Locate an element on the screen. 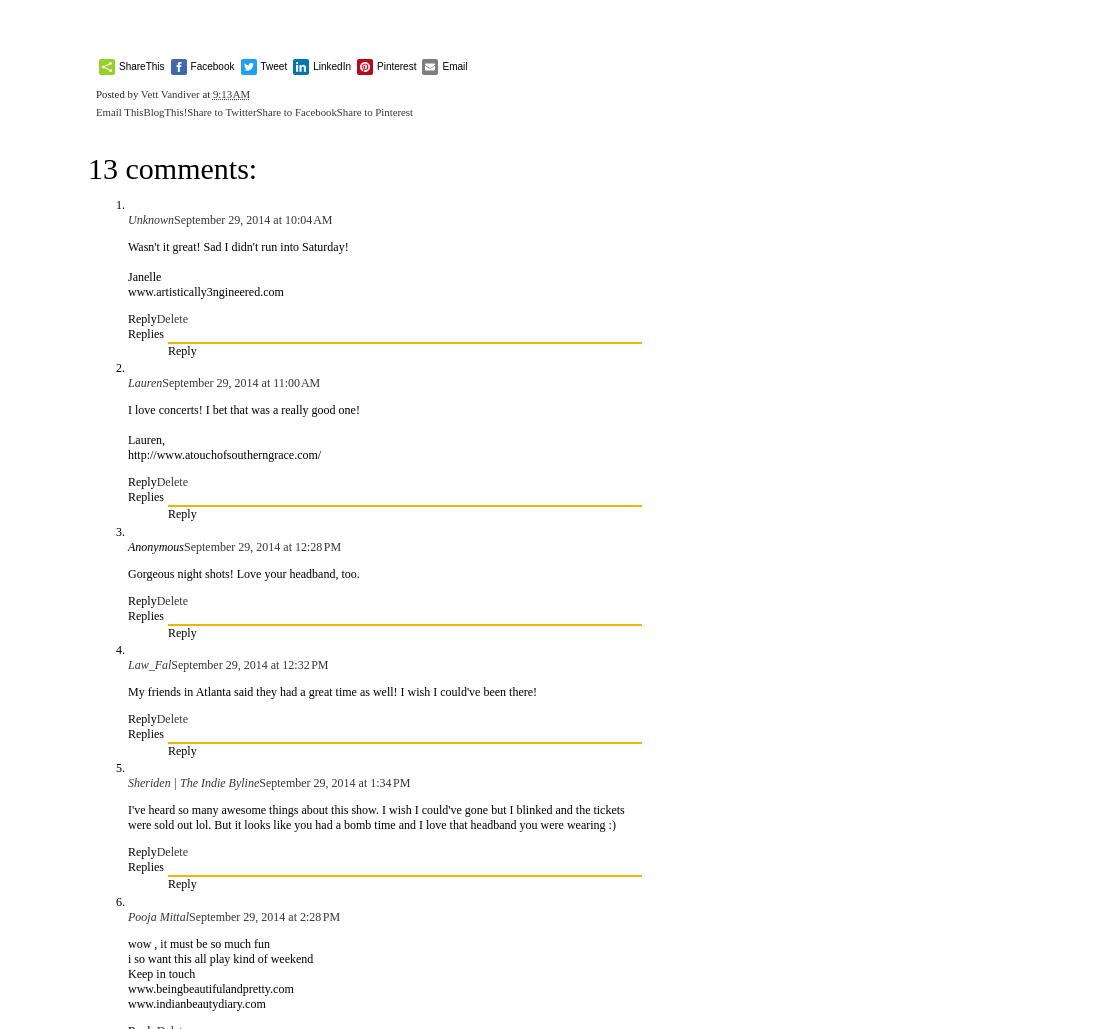 This screenshot has height=1029, width=1098. 'www.indianbeautydiary.com' is located at coordinates (195, 1001).